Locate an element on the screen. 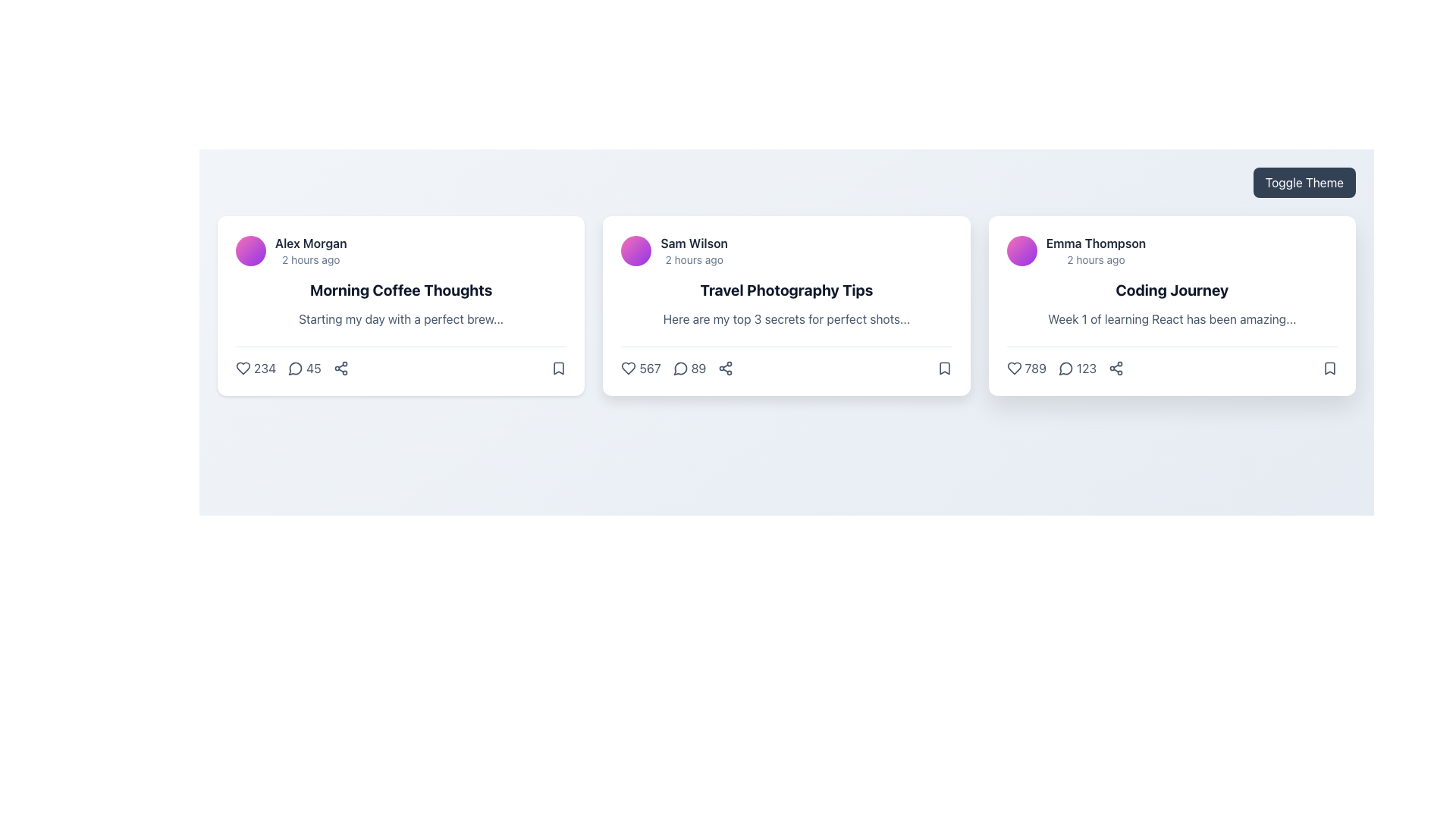  the text element that indicates the relative time of the post created or updated, located below the name 'Emma Thompson' in the card associated with her is located at coordinates (1096, 259).